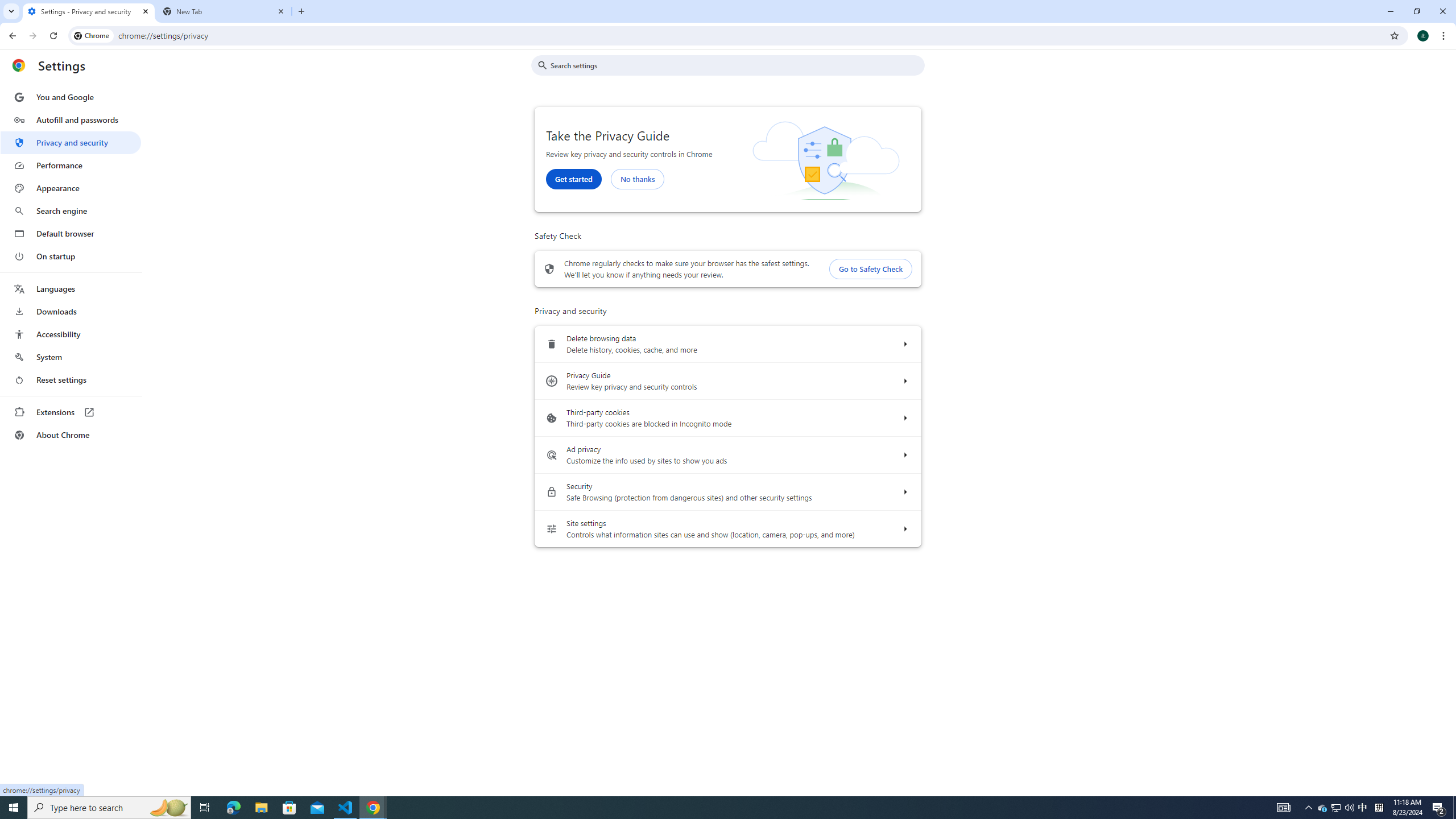 The height and width of the screenshot is (819, 1456). What do you see at coordinates (70, 233) in the screenshot?
I see `'Default browser'` at bounding box center [70, 233].